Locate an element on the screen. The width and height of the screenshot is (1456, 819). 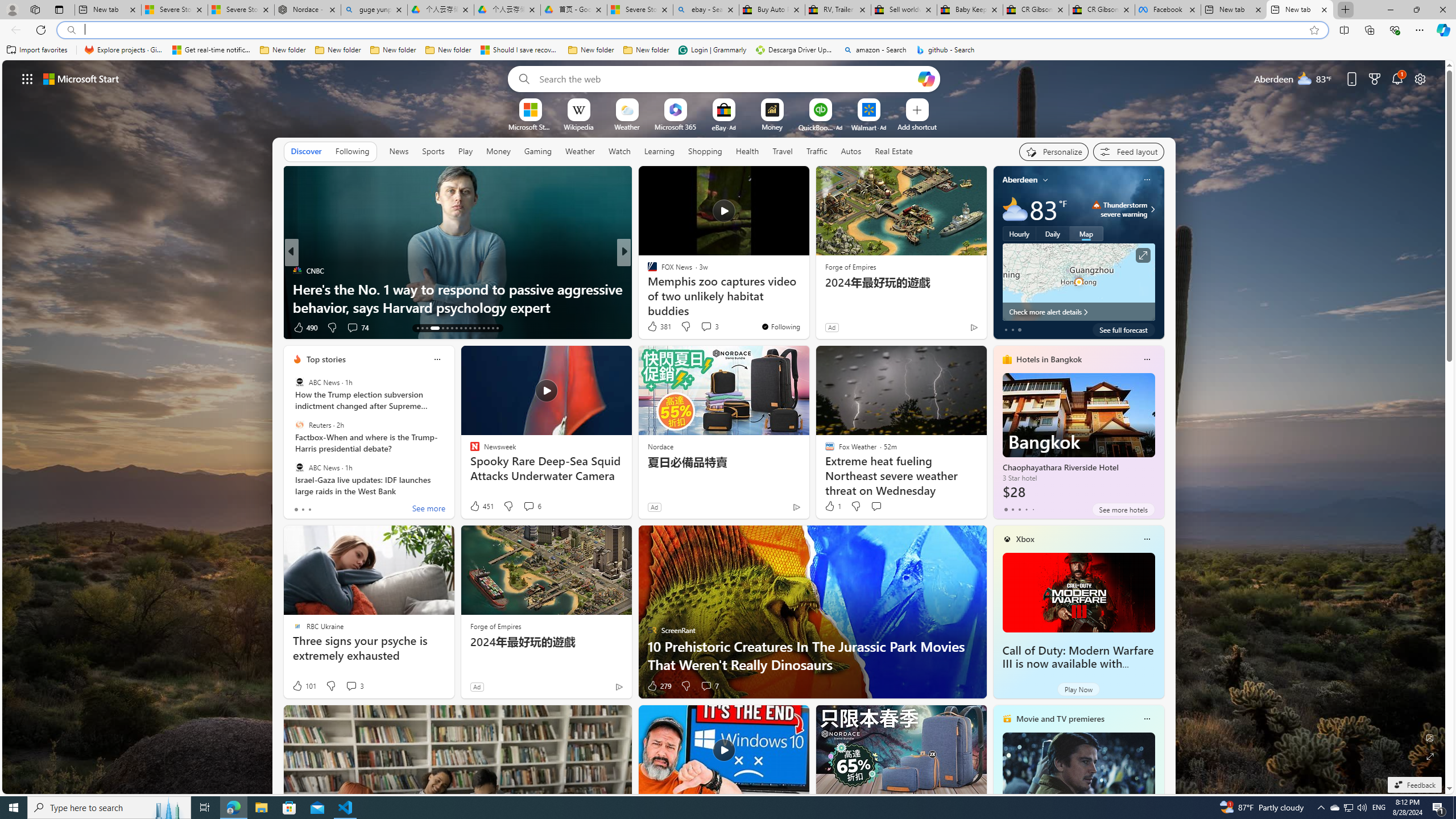
'Tropics waking up in September' is located at coordinates (806, 307).